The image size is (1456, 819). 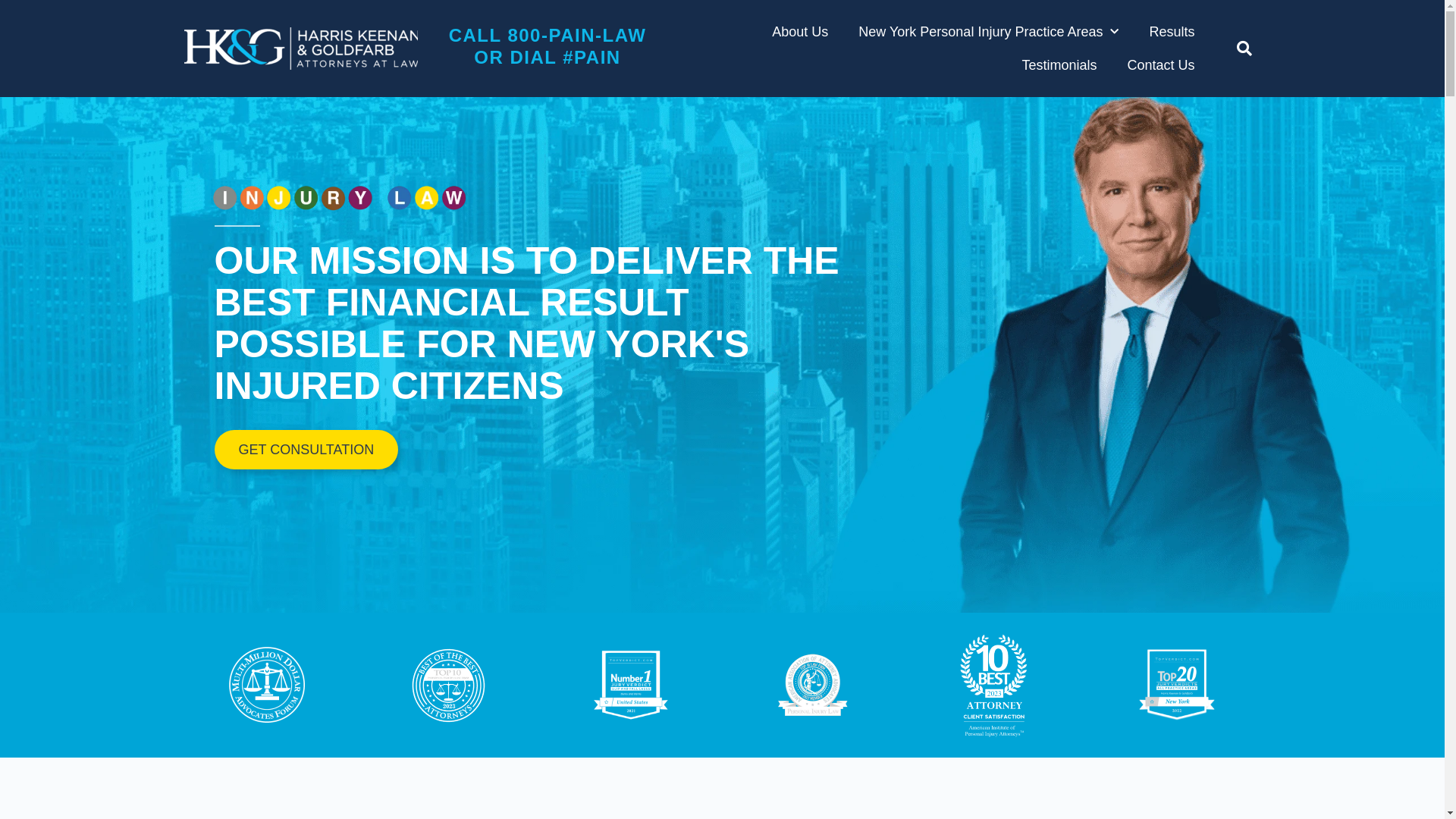 I want to click on 'Testimonials', so click(x=1058, y=64).